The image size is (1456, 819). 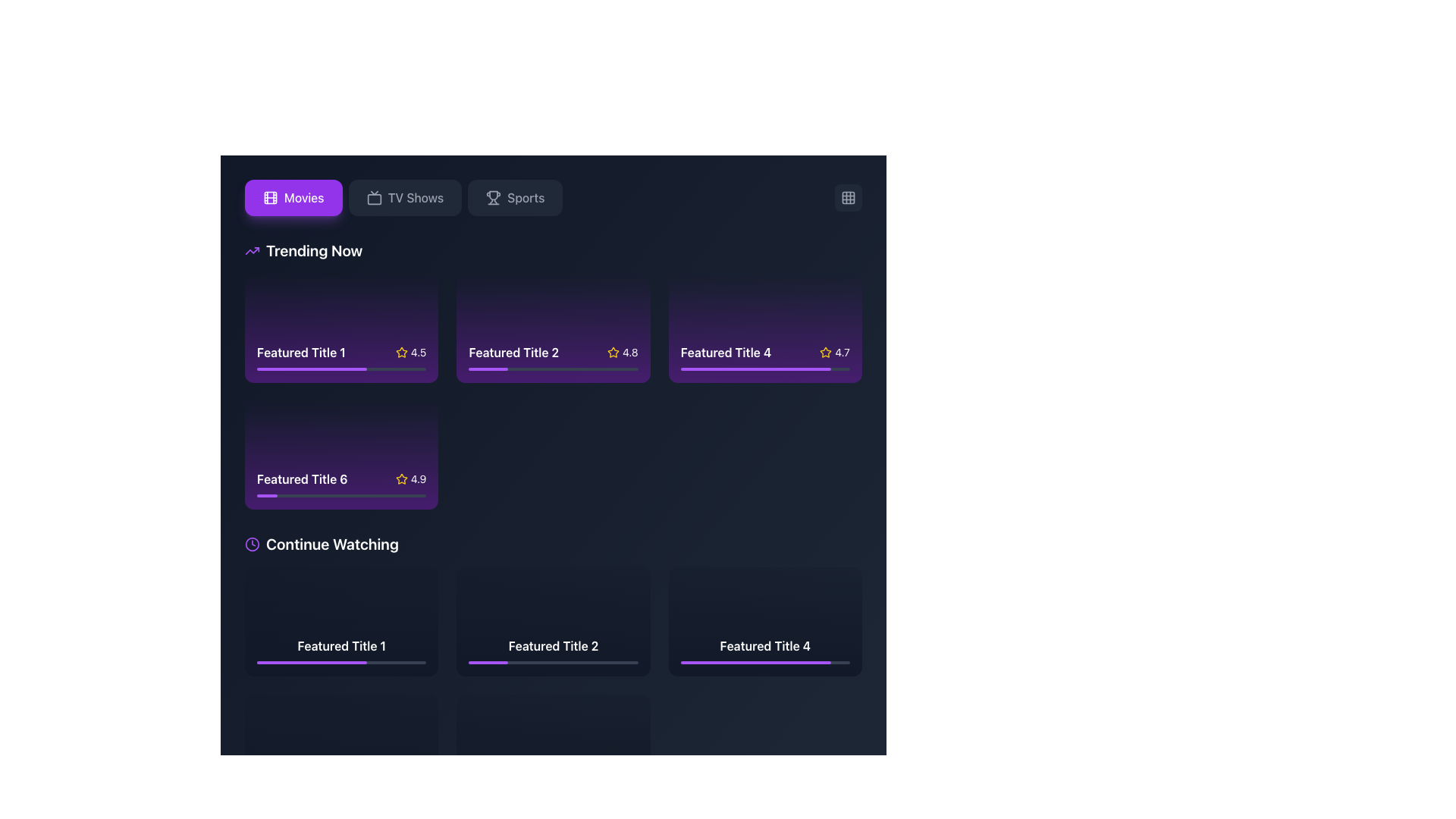 What do you see at coordinates (725, 352) in the screenshot?
I see `the text label that reads 'Featured Title 4', styled with a bold font weight and displayed in white on a purple background, located in the top right section of the 'Trending Now' category card` at bounding box center [725, 352].